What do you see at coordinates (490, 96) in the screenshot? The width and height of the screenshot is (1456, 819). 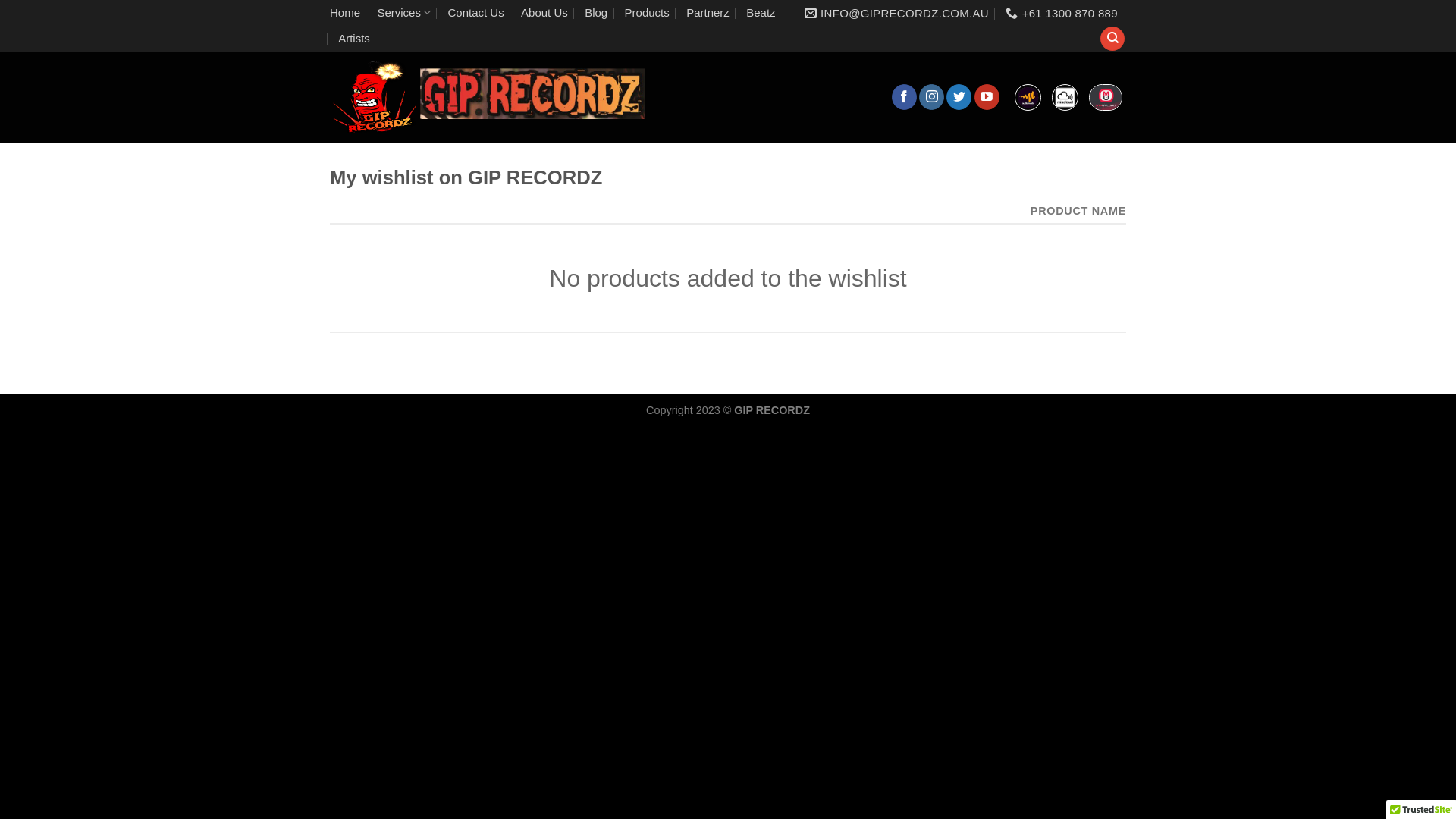 I see `'GIP RECORDZ - pop urban record label'` at bounding box center [490, 96].